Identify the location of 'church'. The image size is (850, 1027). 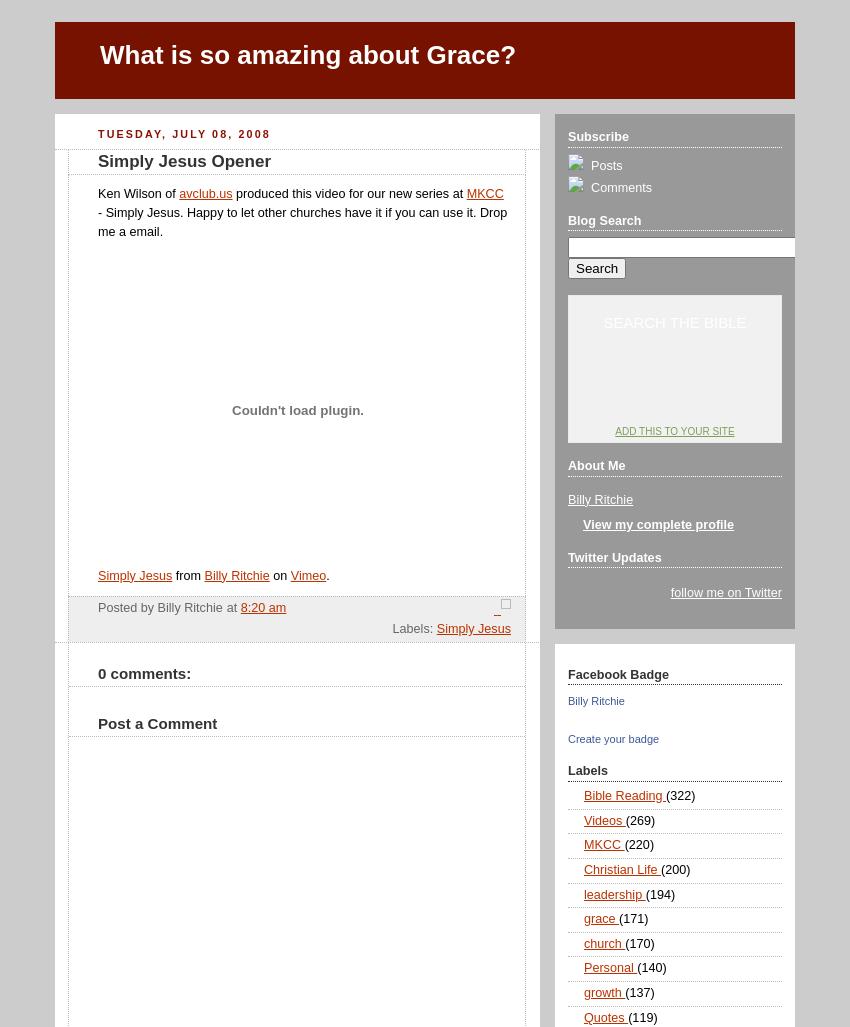
(603, 942).